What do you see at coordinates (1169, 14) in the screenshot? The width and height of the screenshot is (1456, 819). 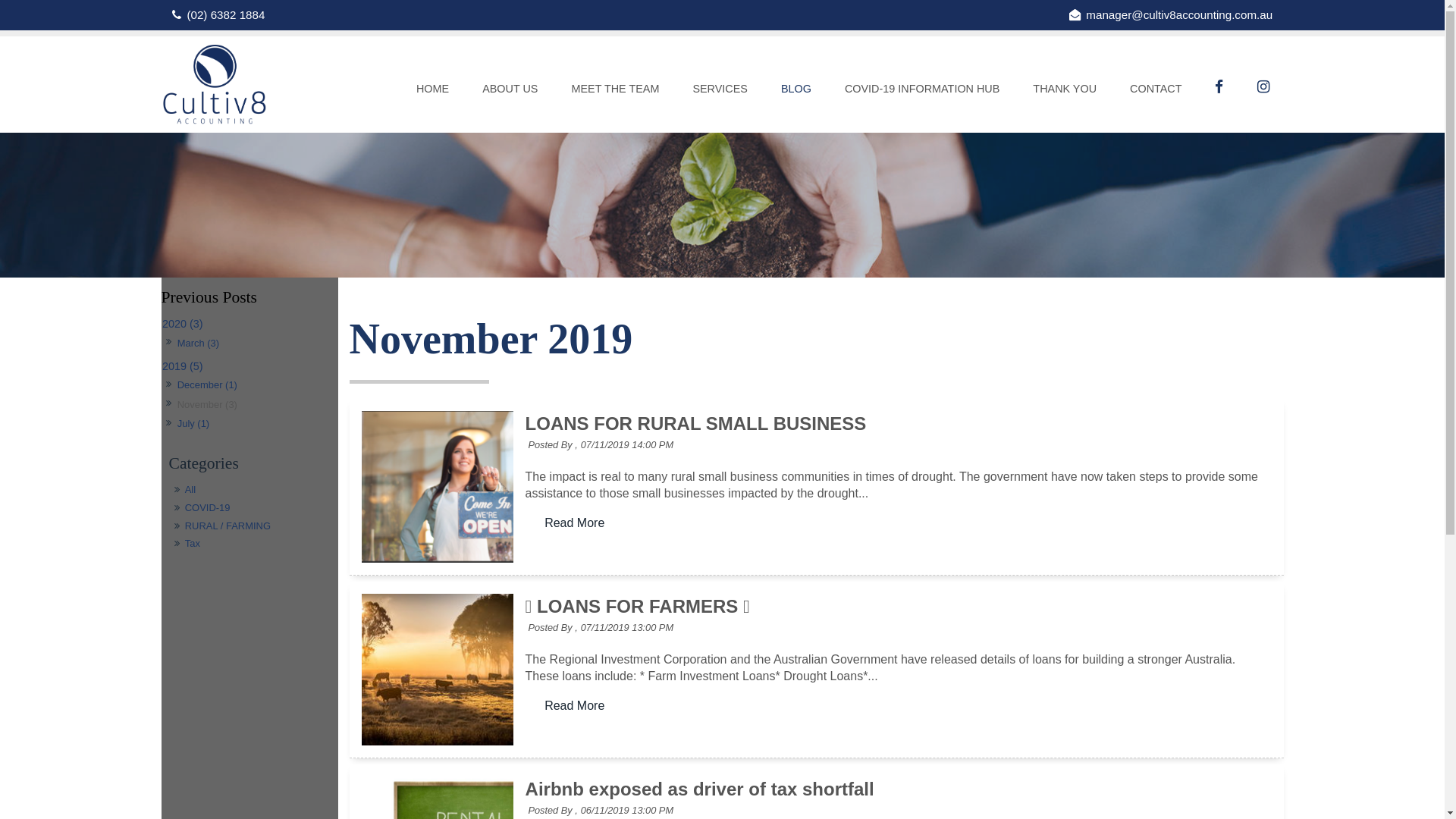 I see `'manager@cultiv8accounting.com.au'` at bounding box center [1169, 14].